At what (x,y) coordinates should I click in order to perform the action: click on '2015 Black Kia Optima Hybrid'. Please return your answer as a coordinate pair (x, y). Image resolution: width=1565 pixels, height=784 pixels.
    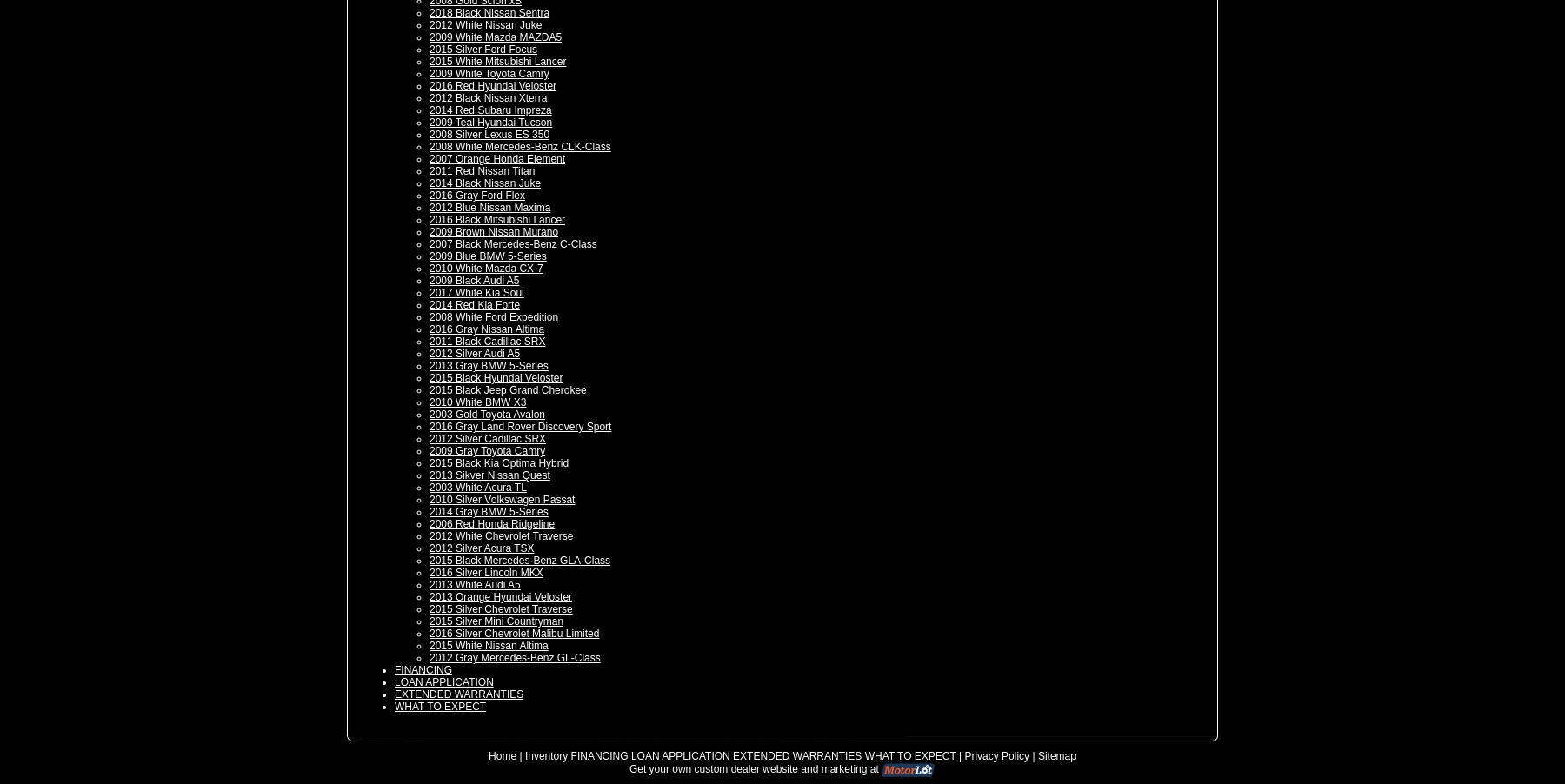
    Looking at the image, I should click on (499, 462).